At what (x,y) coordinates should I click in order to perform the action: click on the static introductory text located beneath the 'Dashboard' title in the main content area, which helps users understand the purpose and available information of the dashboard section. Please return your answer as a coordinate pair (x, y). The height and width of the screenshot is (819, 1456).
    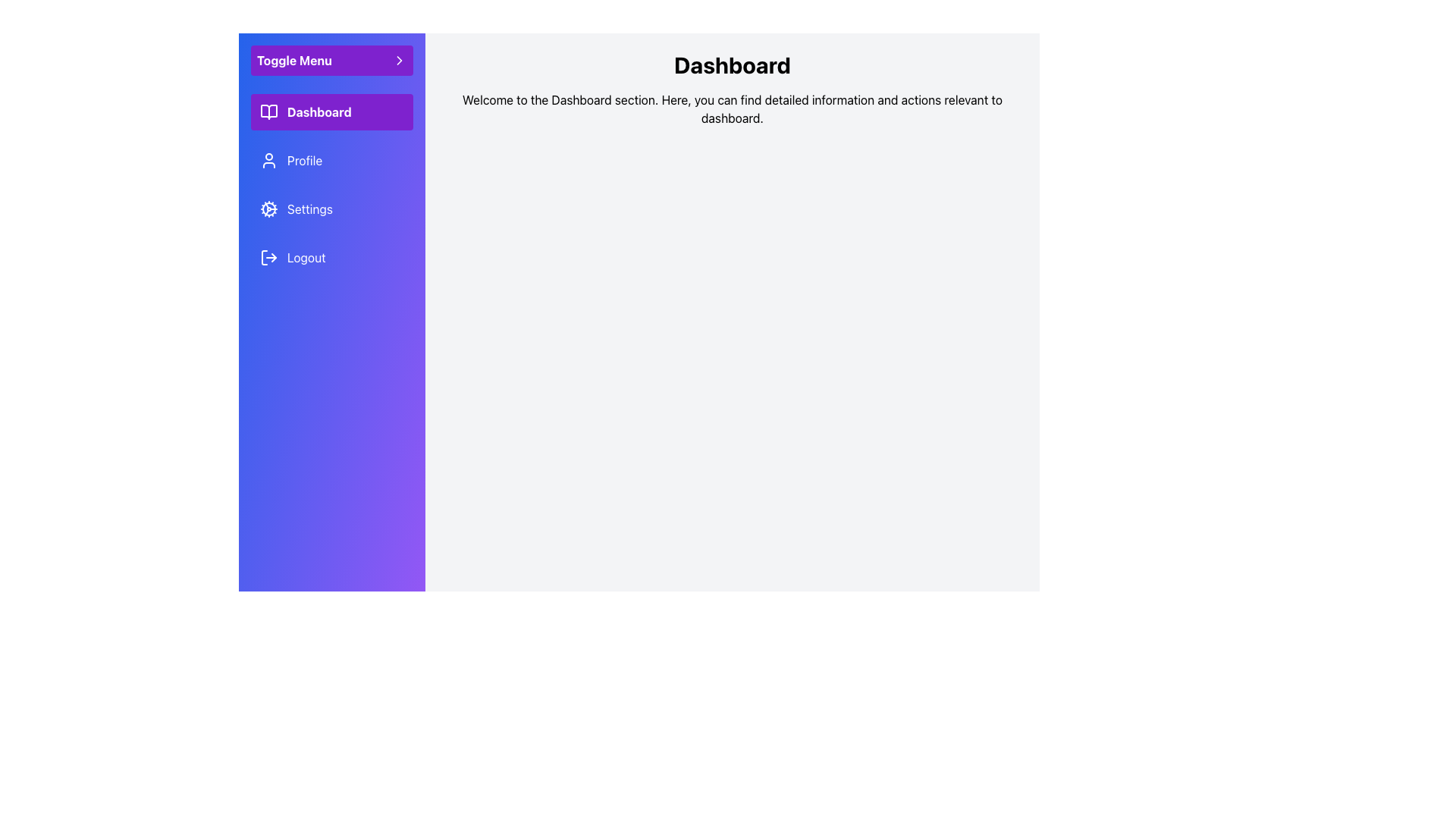
    Looking at the image, I should click on (732, 108).